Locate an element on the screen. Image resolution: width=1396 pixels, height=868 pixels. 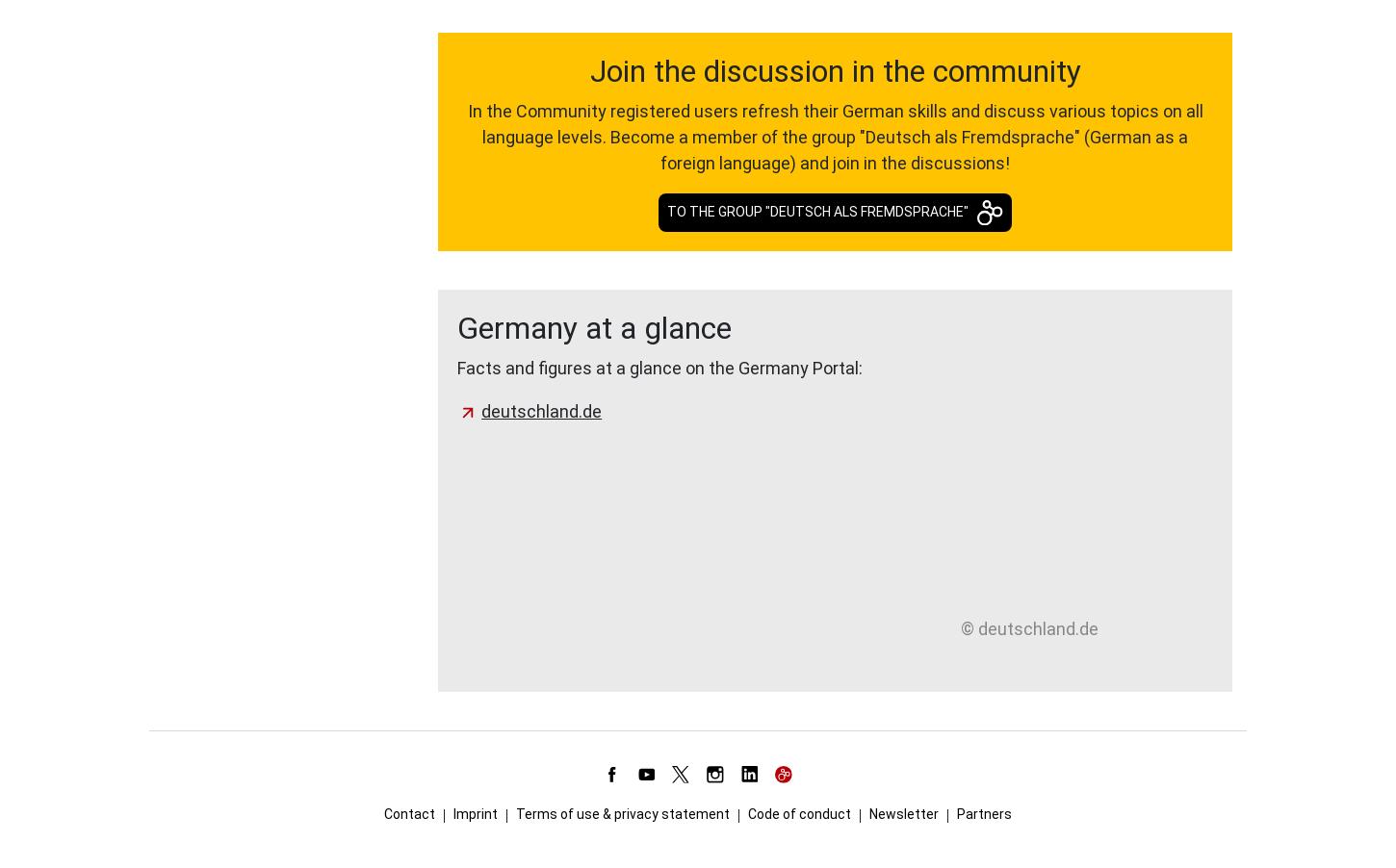
'Newsletter' is located at coordinates (903, 813).